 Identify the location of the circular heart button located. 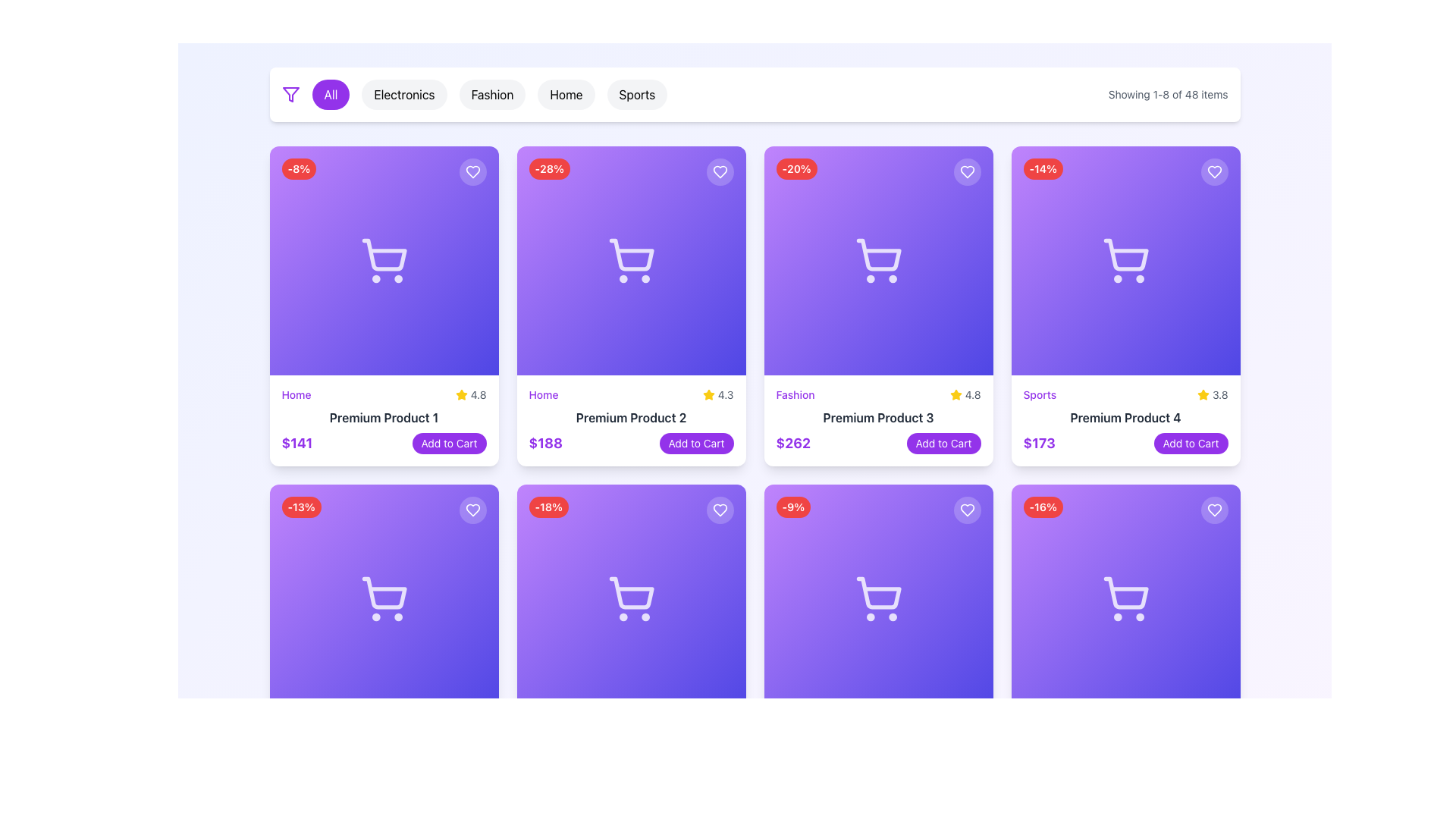
(719, 171).